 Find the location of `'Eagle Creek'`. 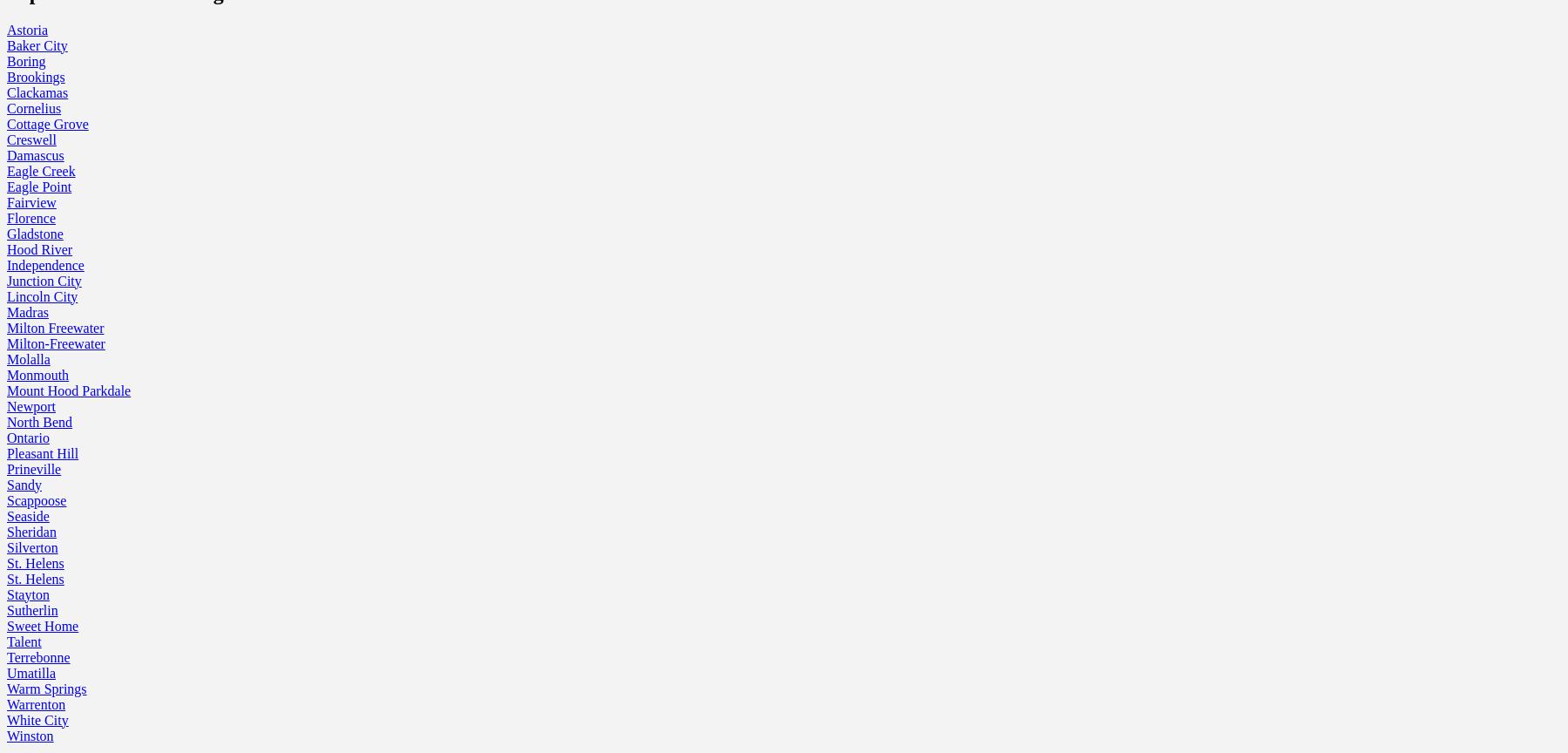

'Eagle Creek' is located at coordinates (39, 169).